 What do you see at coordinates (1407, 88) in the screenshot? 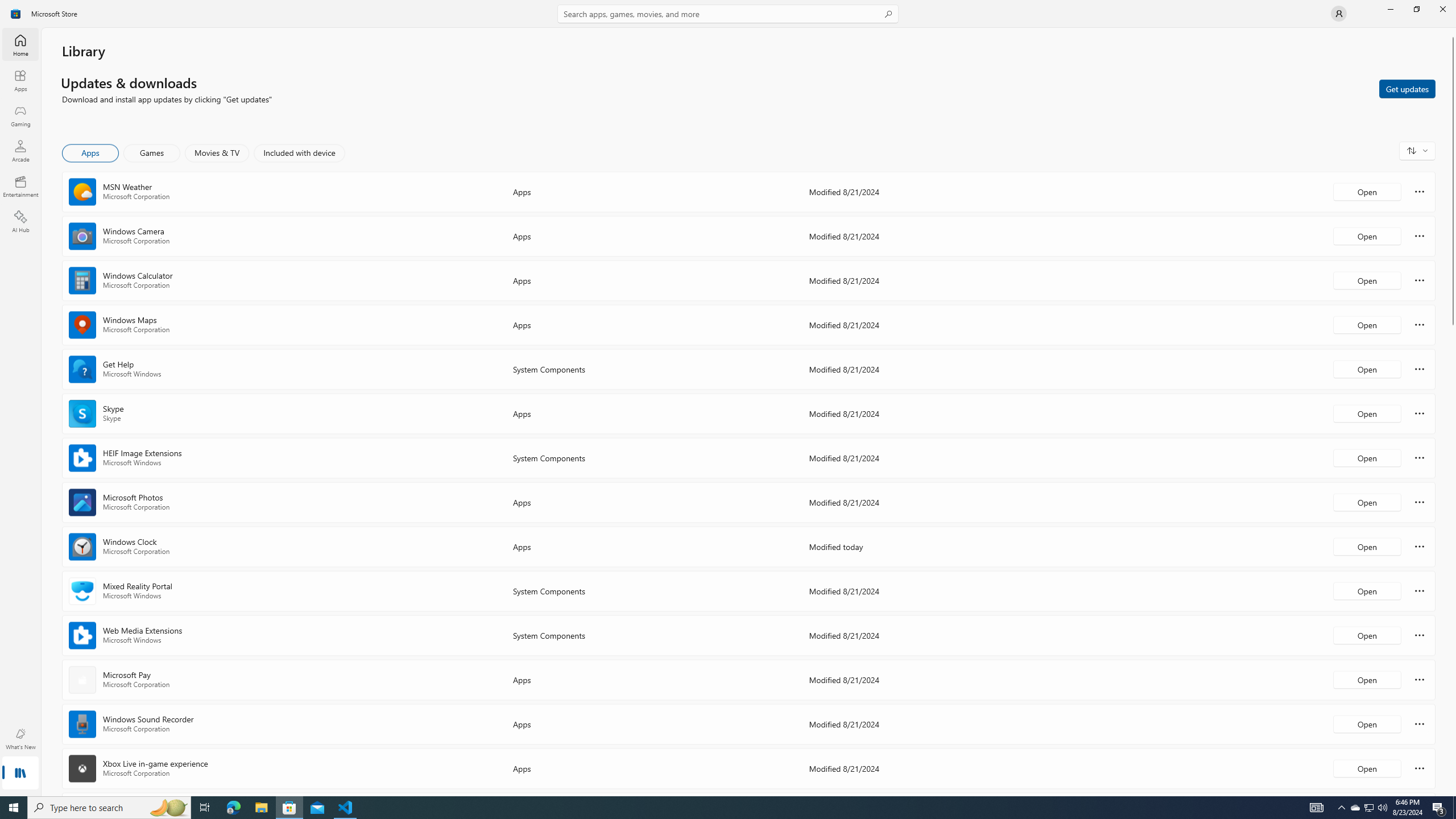
I see `'Get updates'` at bounding box center [1407, 88].